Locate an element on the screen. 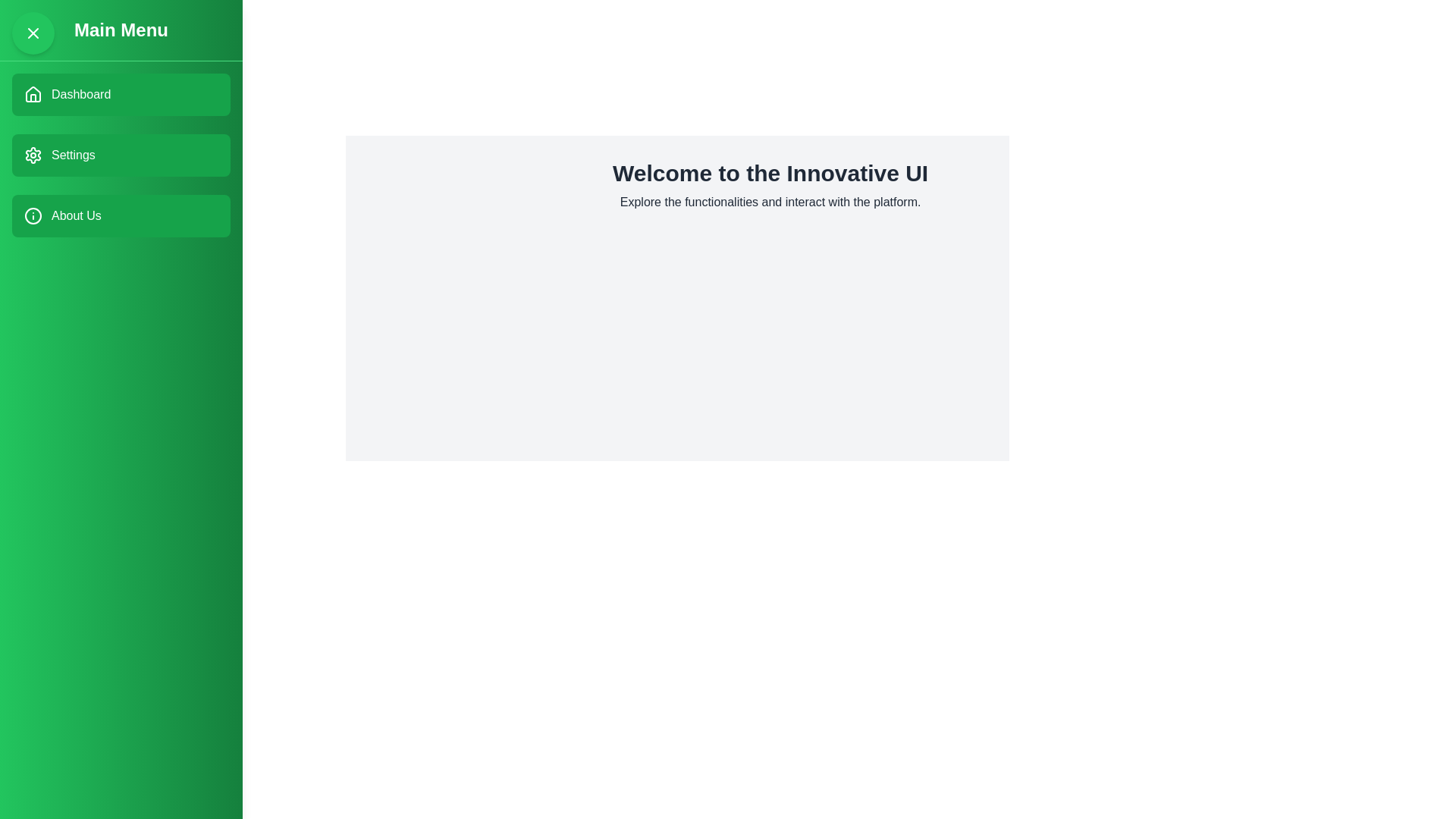 The height and width of the screenshot is (819, 1456). toggle button to toggle the drawer is located at coordinates (33, 33).